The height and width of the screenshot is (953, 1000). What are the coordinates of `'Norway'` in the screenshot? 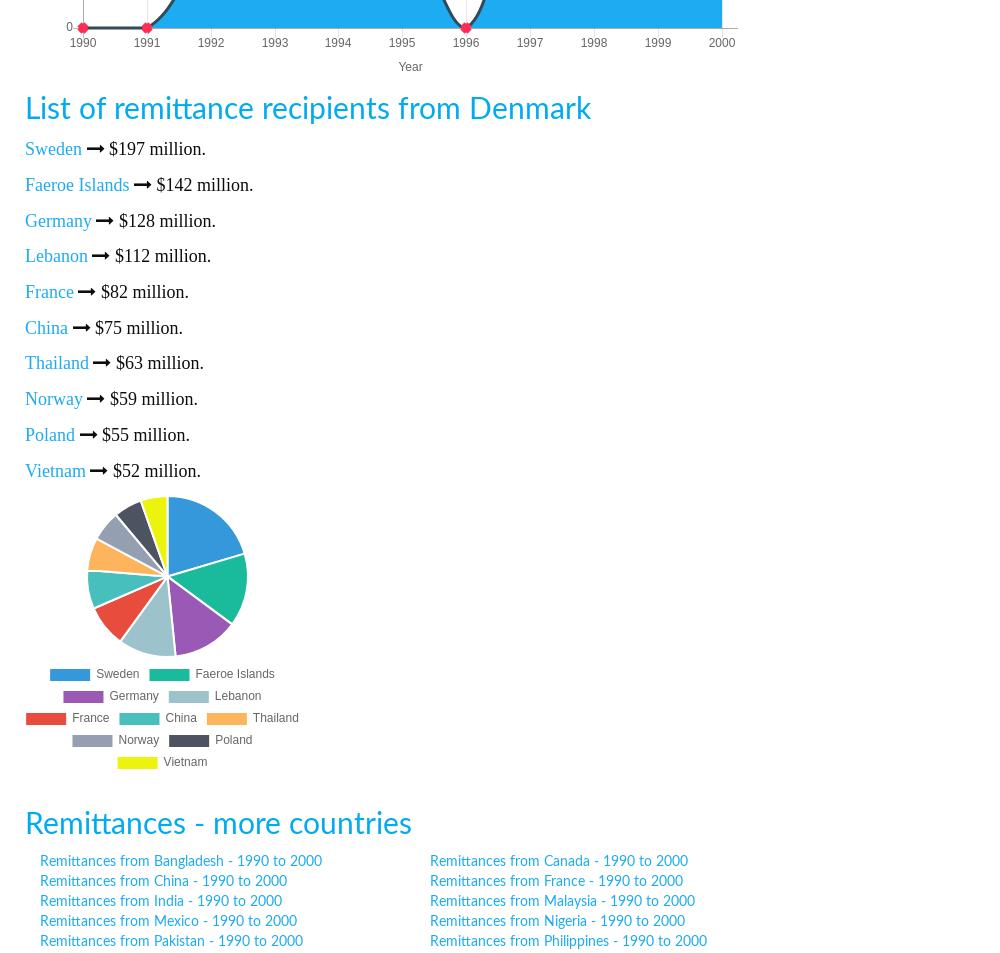 It's located at (53, 398).